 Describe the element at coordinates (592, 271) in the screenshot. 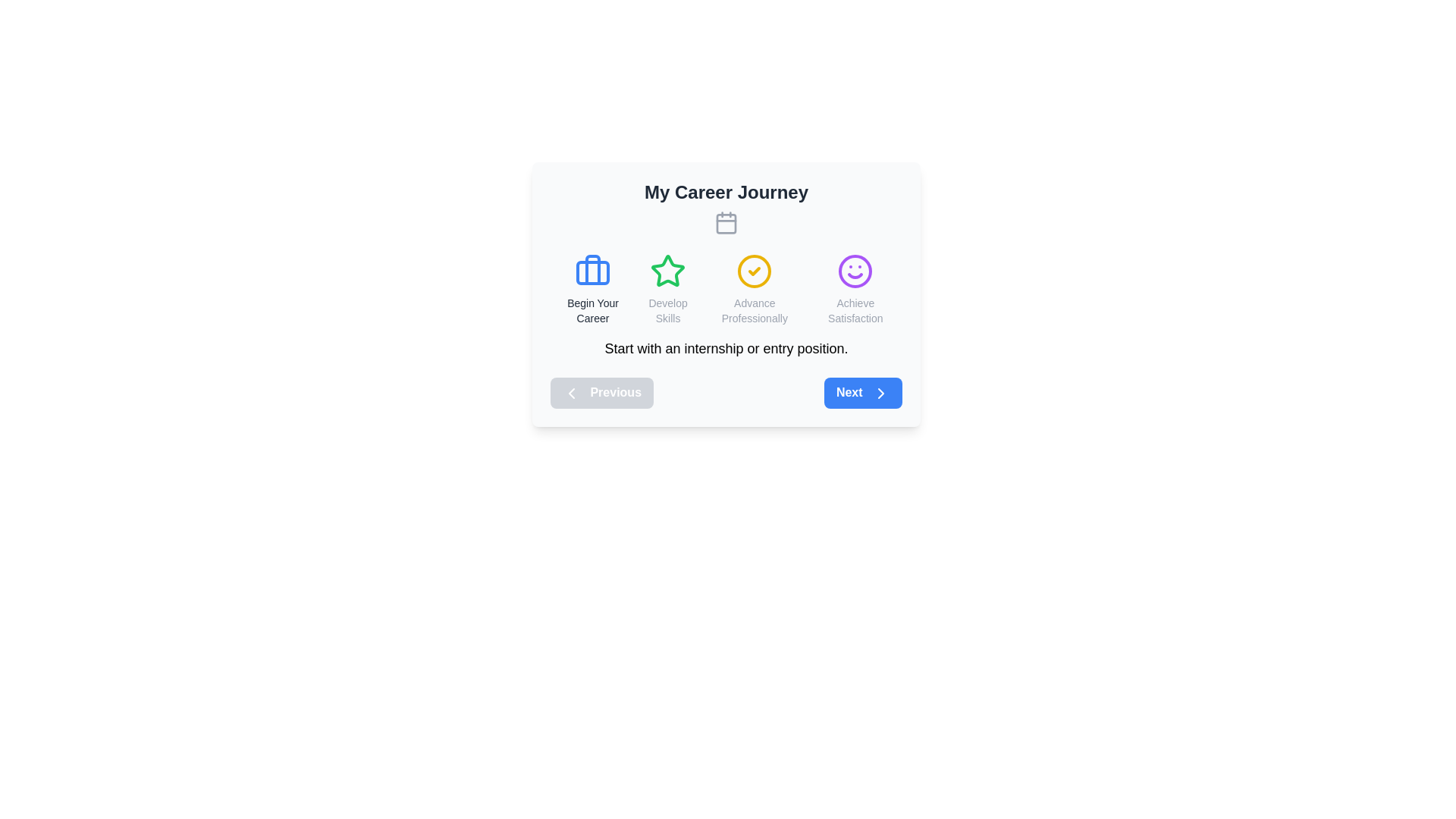

I see `the blue suitcase icon indicating 'Begin Your Career' located in the top-left section of the card titled 'My Career Journey'` at that location.